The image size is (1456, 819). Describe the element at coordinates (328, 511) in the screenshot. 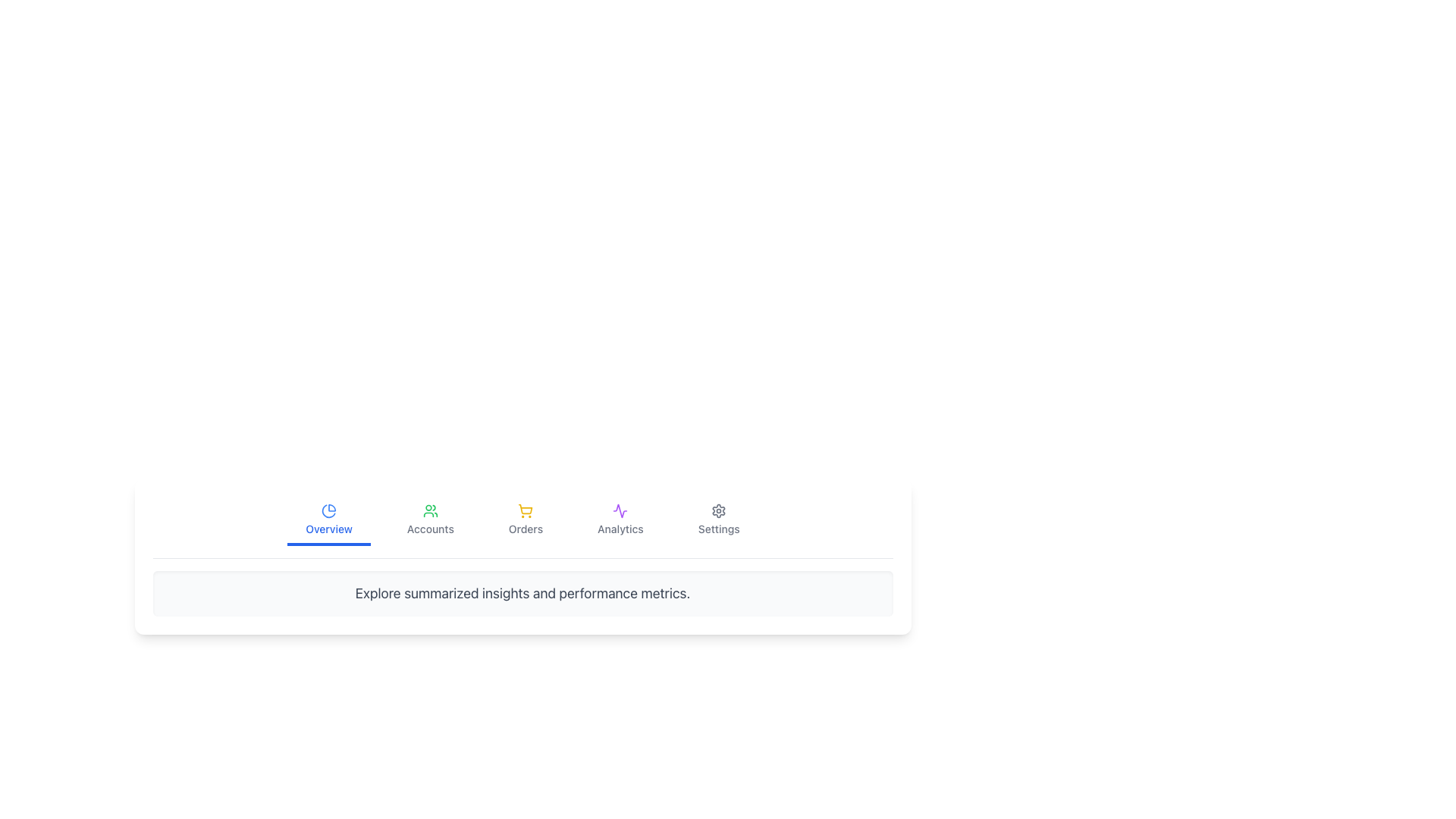

I see `the pie chart icon, a circular blue icon divided by a line, located above the 'Overview' text in the navigation bar` at that location.